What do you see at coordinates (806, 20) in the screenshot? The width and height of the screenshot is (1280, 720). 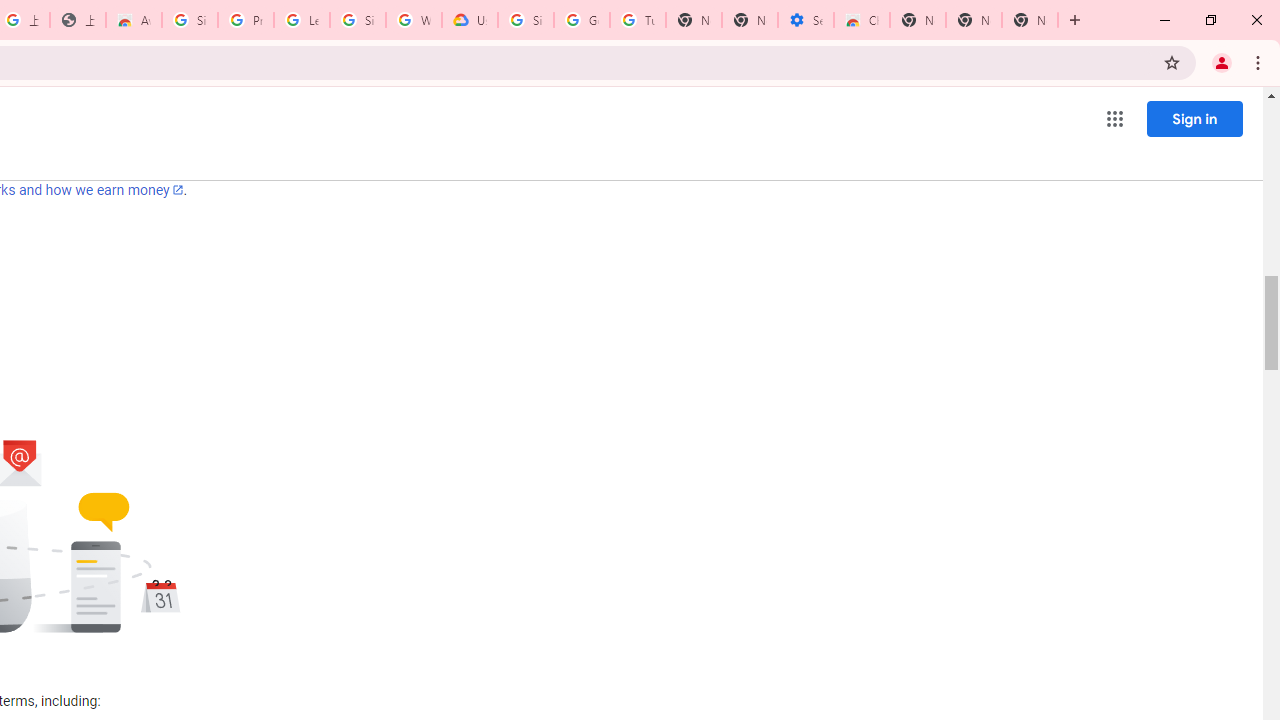 I see `'Settings - Accessibility'` at bounding box center [806, 20].